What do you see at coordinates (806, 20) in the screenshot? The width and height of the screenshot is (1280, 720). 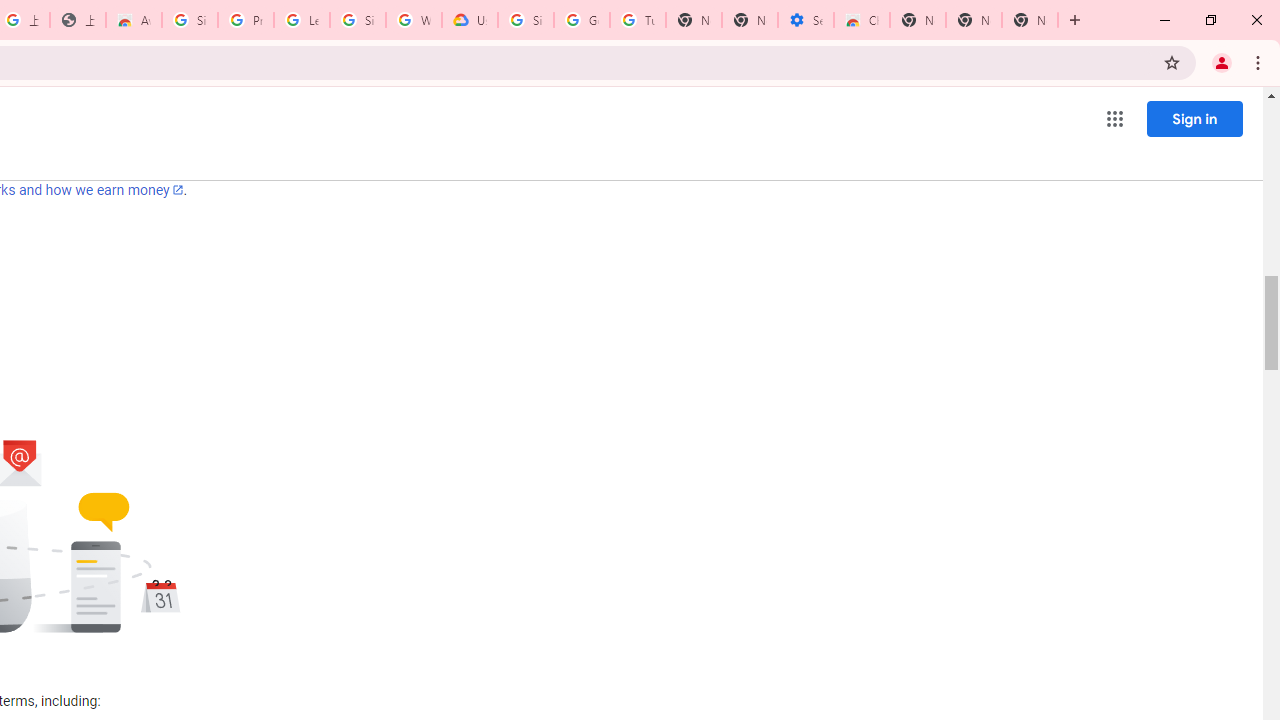 I see `'Settings - Accessibility'` at bounding box center [806, 20].